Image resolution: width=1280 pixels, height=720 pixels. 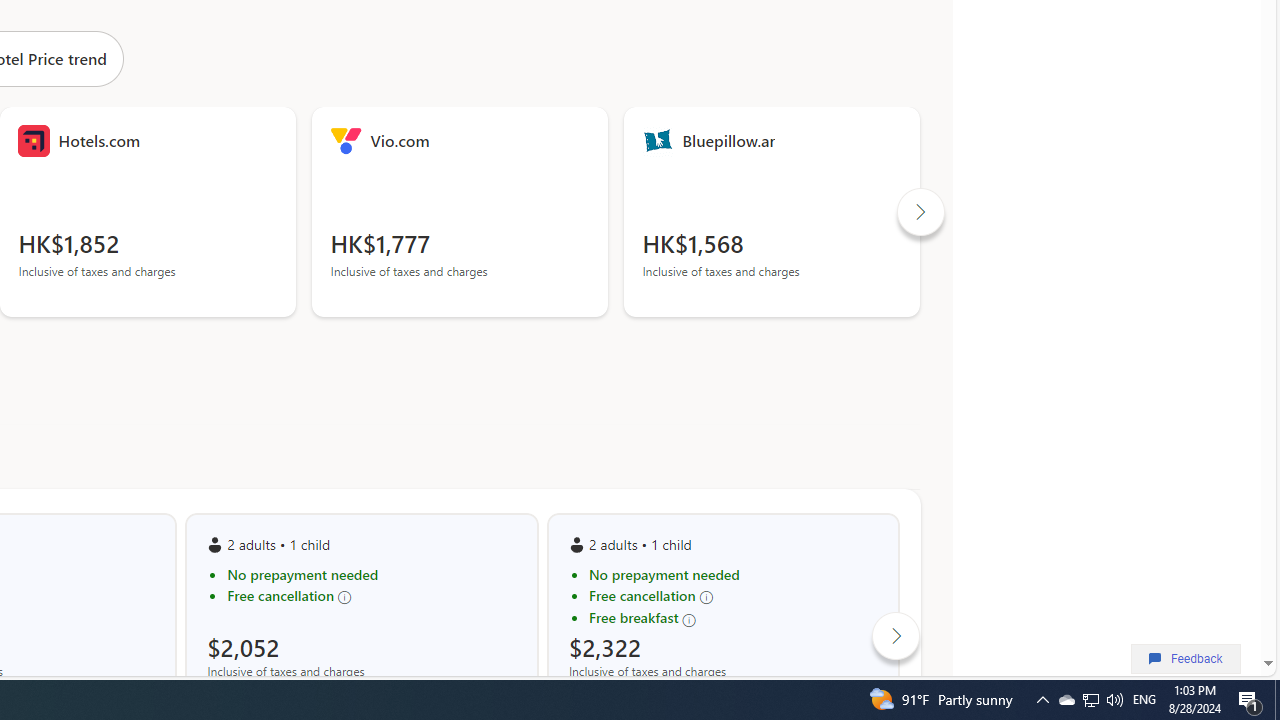 What do you see at coordinates (459, 212) in the screenshot?
I see `'Vendor Logo Vio.com HK$1,777 Inclusive of taxes and charges'` at bounding box center [459, 212].